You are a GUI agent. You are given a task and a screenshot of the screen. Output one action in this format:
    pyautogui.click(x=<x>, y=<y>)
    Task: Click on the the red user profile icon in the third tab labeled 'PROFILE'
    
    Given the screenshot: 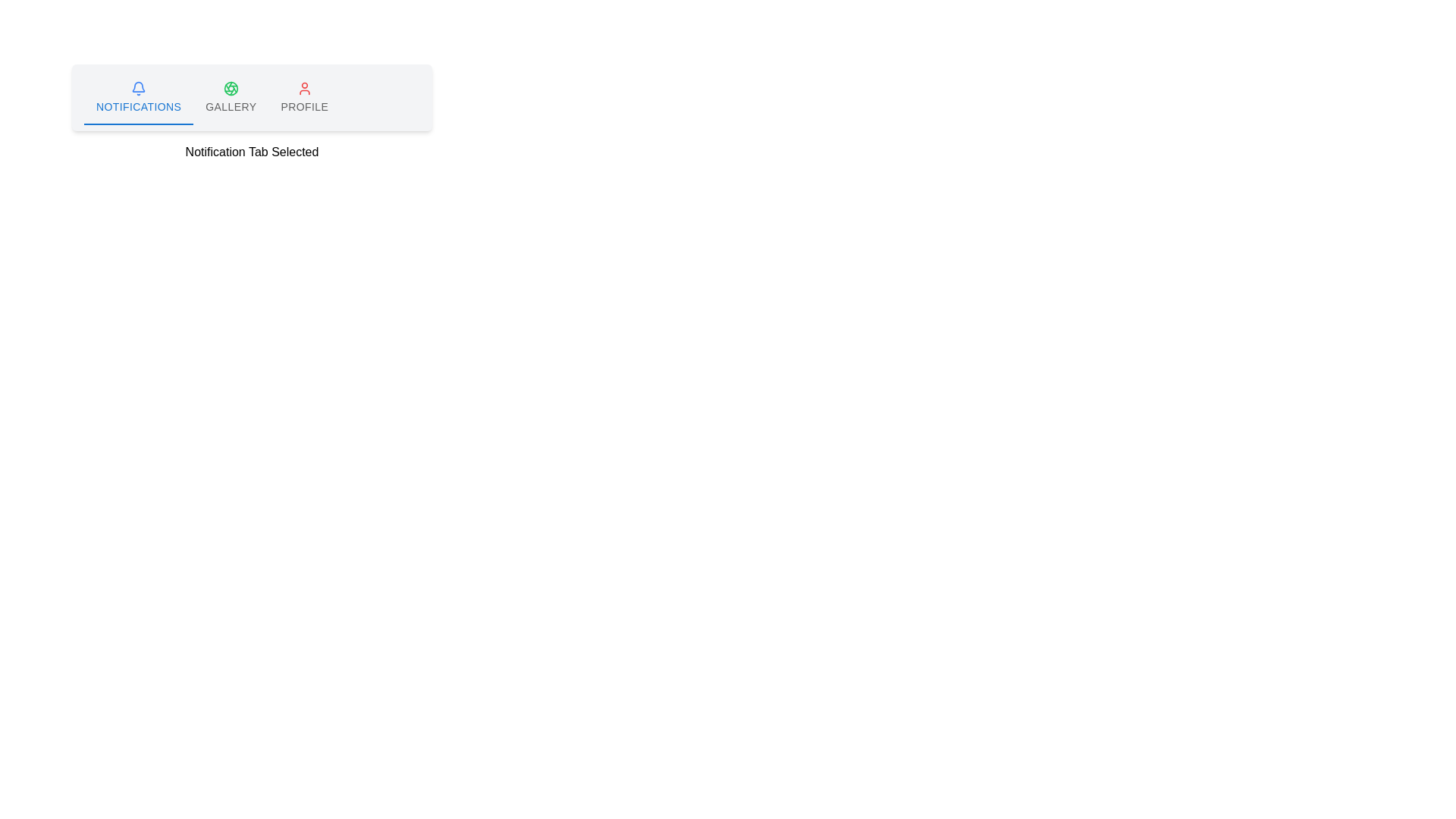 What is the action you would take?
    pyautogui.click(x=303, y=89)
    